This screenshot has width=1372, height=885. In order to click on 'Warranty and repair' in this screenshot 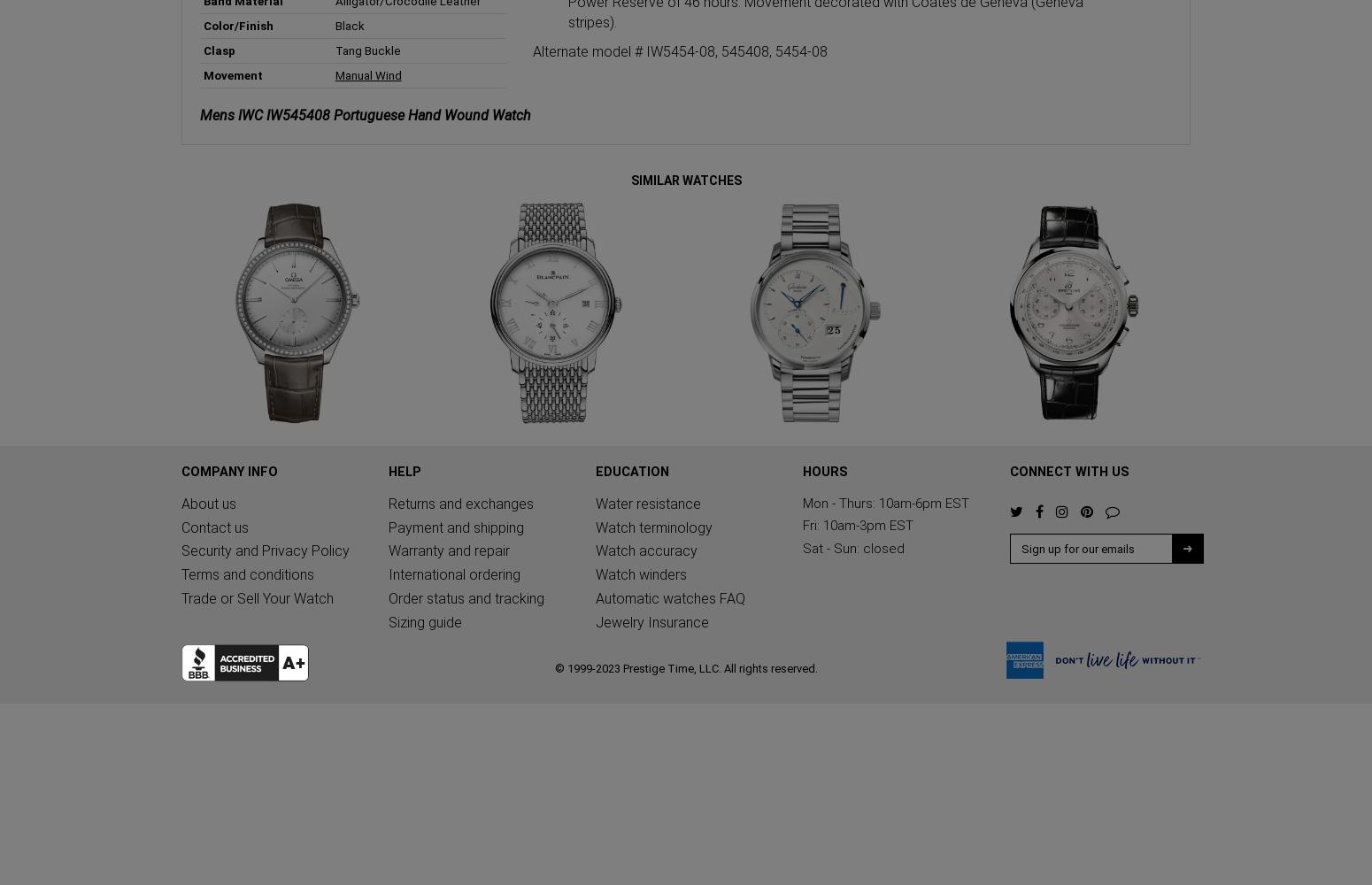, I will do `click(388, 550)`.